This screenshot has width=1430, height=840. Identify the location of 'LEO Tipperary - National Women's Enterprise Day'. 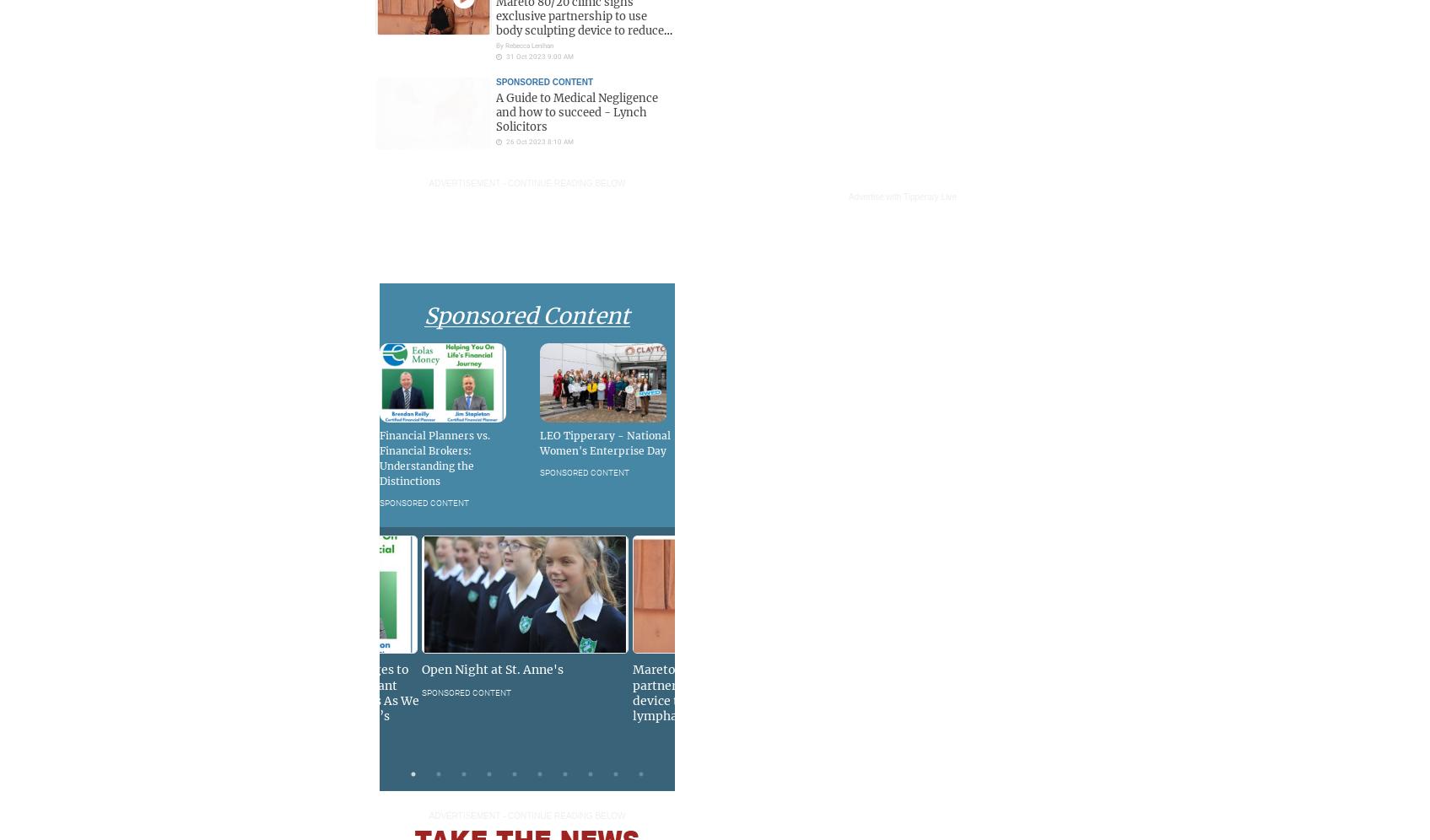
(605, 442).